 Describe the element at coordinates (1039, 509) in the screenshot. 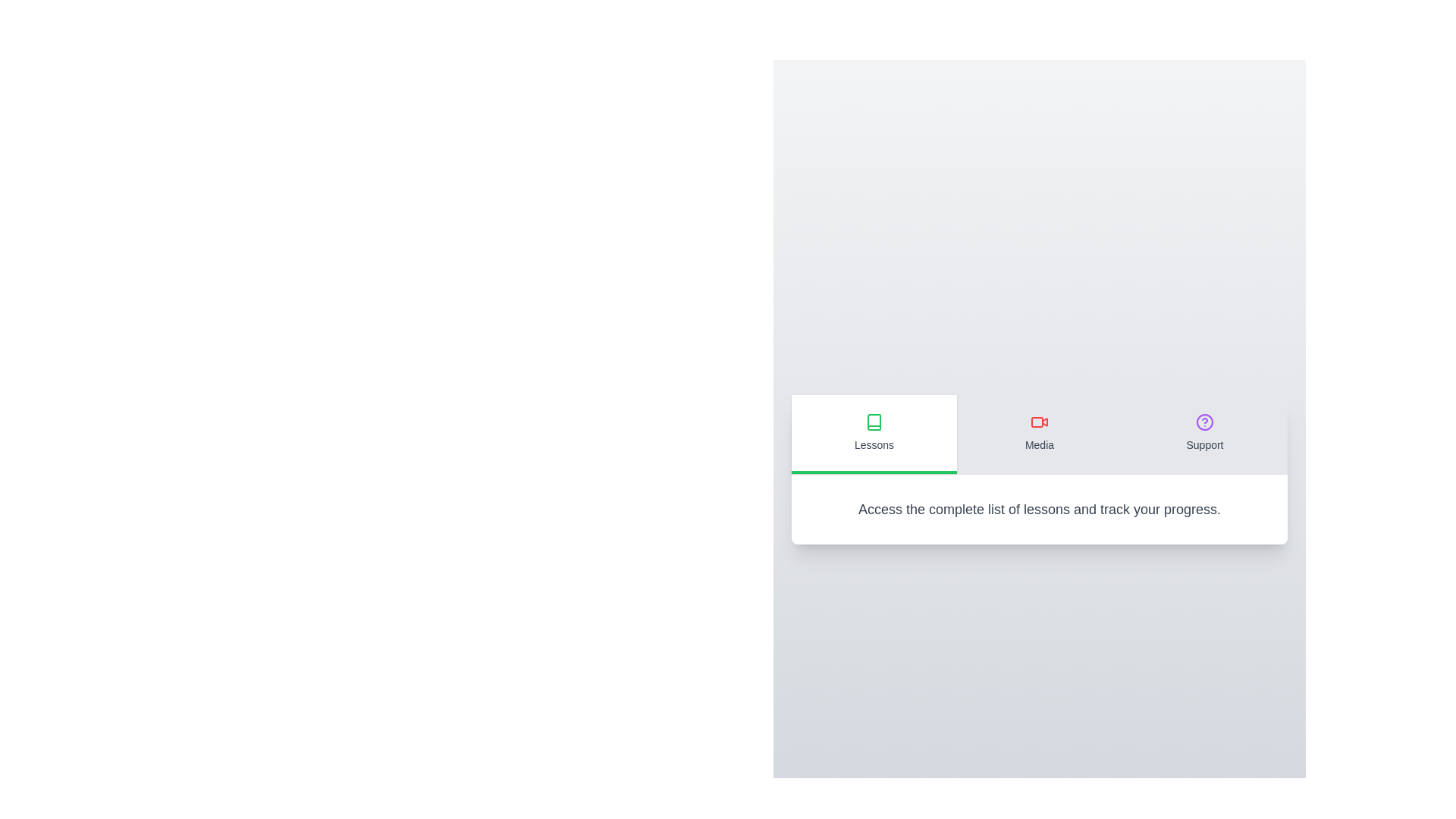

I see `the description area to read the text` at that location.